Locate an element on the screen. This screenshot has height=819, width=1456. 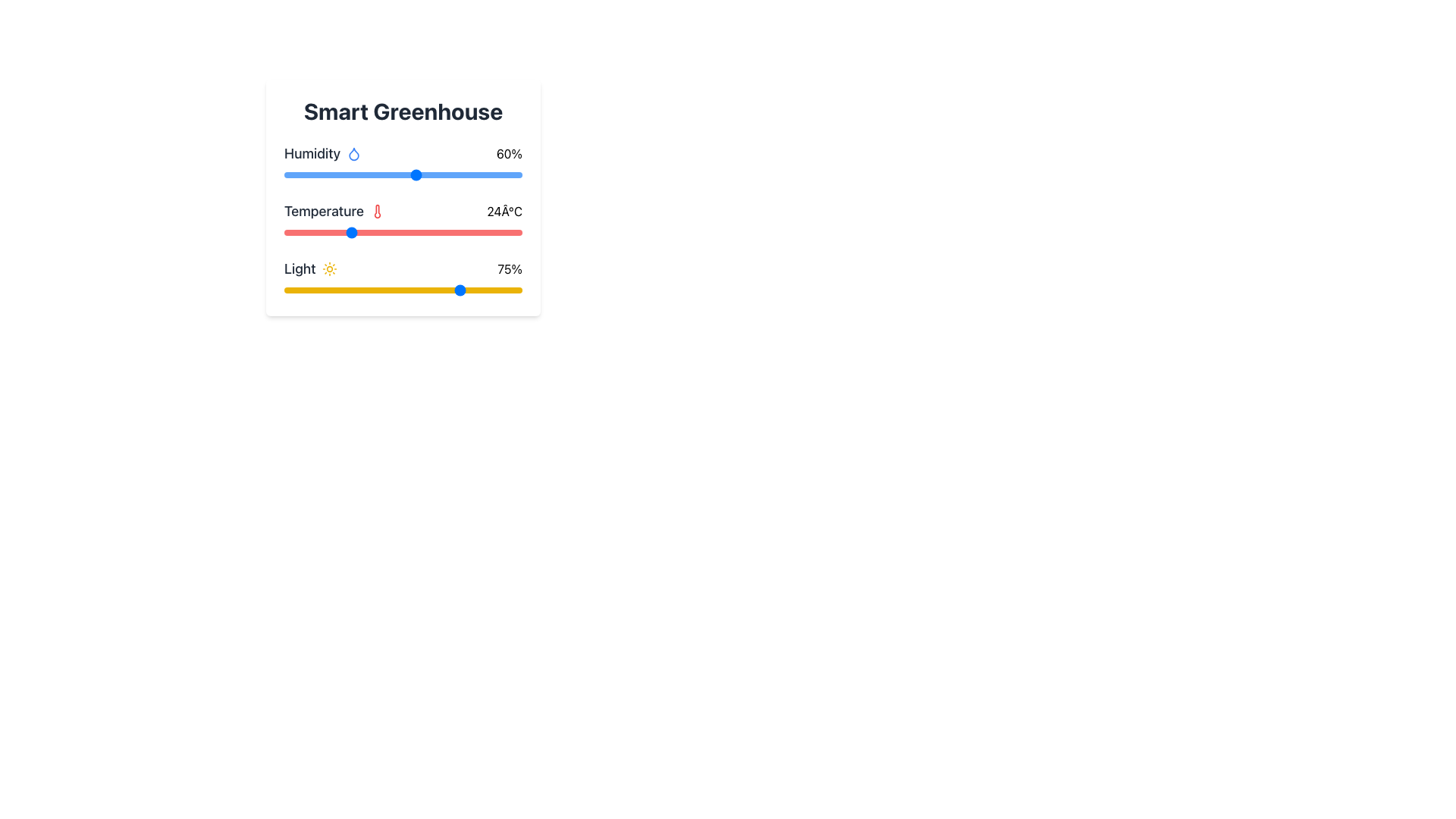
the temperature is located at coordinates (467, 233).